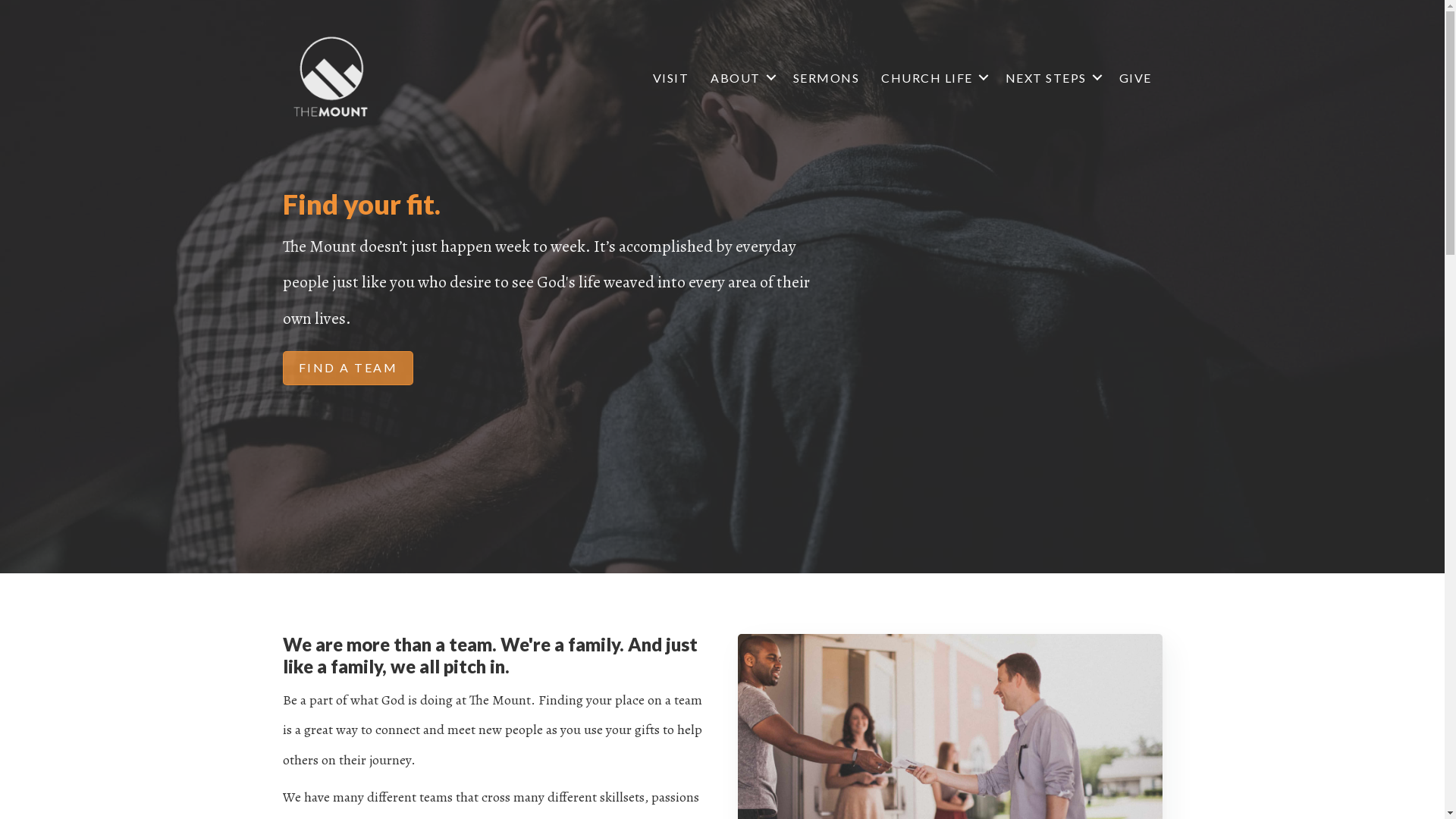  I want to click on 'VISIT', so click(670, 77).